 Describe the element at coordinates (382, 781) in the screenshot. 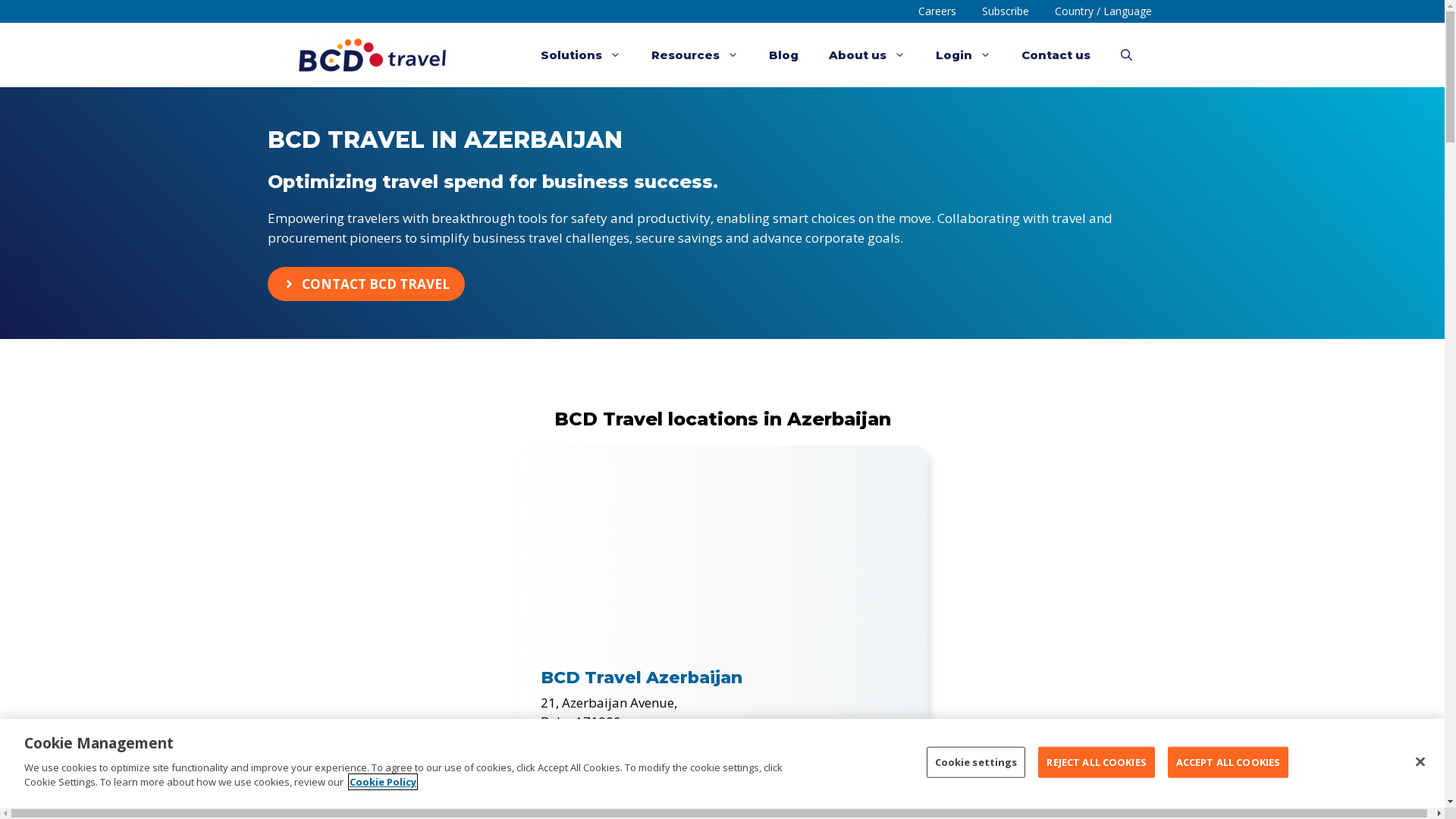

I see `'Cookie Policy'` at that location.